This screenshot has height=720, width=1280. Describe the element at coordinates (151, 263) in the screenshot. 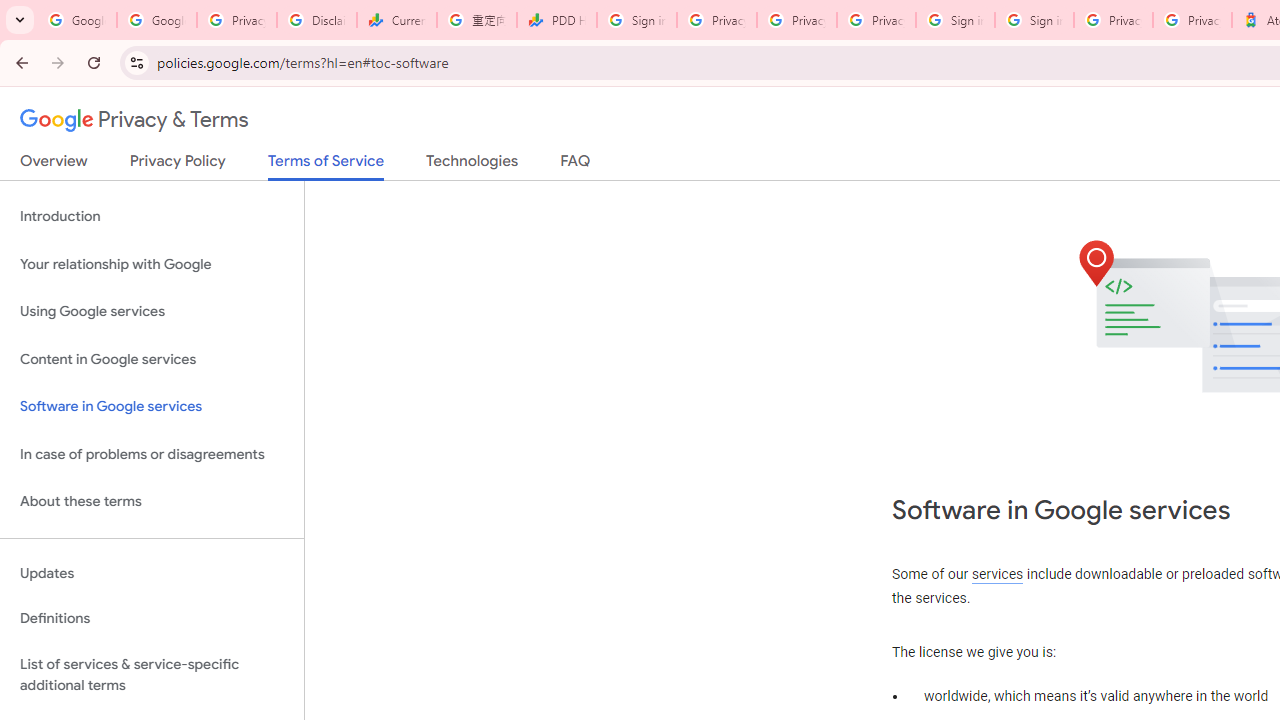

I see `'Your relationship with Google'` at that location.